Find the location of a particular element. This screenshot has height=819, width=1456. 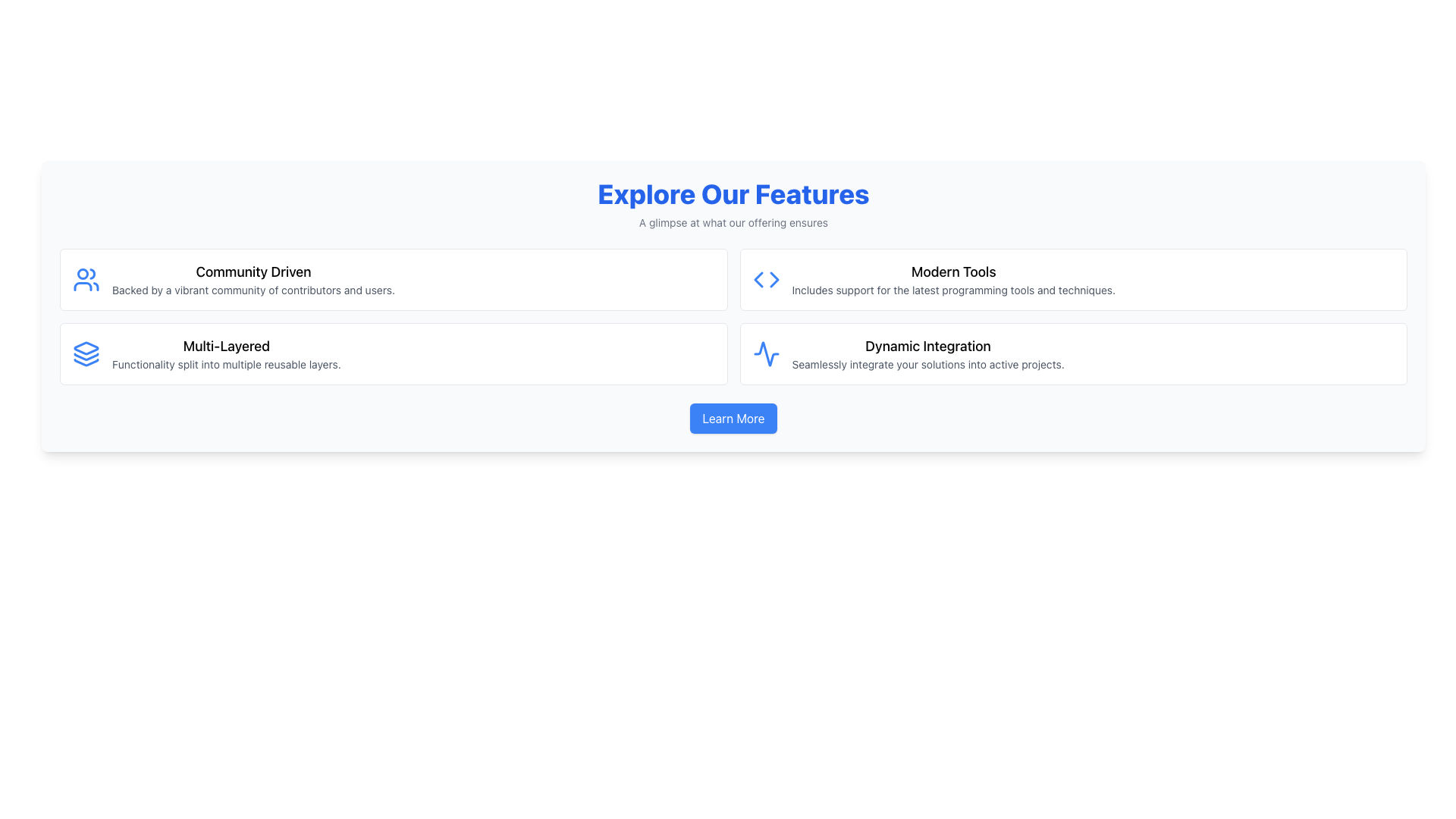

the Informational Card that provides an overview of the 'Dynamic Integration' feature, located in the bottom-right corner of the 2x2 grid layout is located at coordinates (1072, 353).